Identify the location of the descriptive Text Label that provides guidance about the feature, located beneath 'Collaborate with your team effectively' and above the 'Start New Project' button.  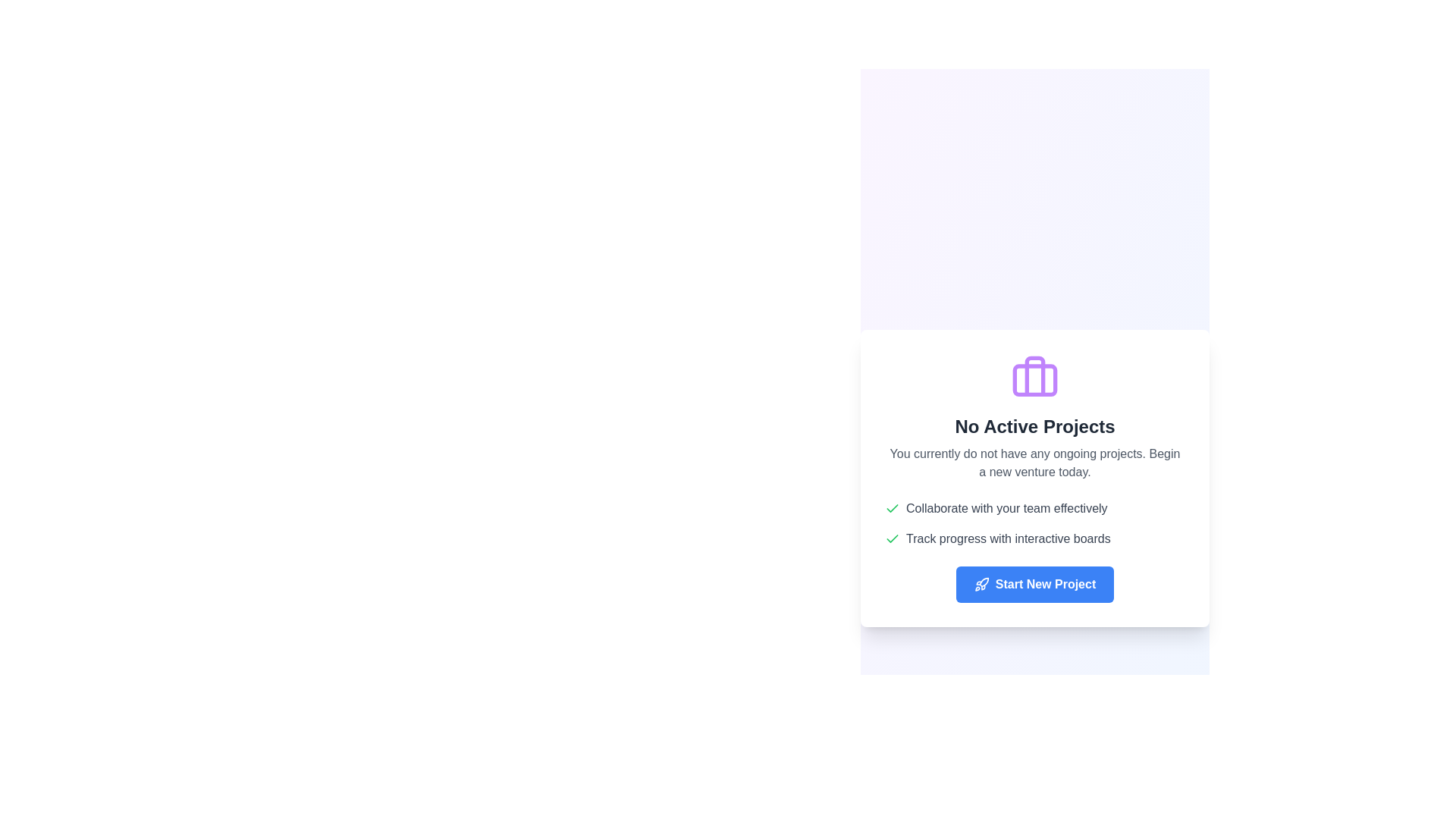
(1008, 538).